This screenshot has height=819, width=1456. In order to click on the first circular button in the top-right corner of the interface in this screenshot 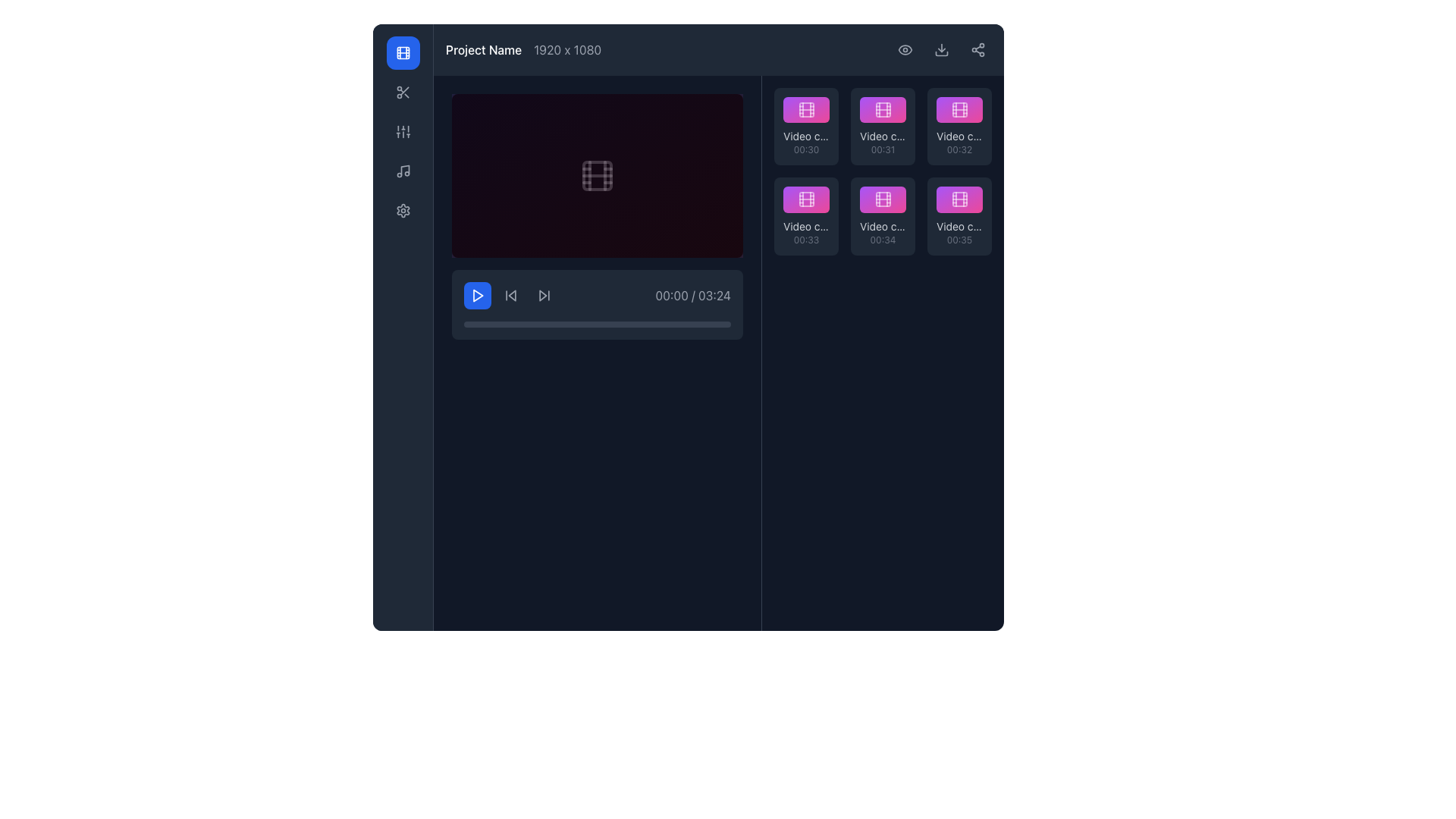, I will do `click(905, 49)`.